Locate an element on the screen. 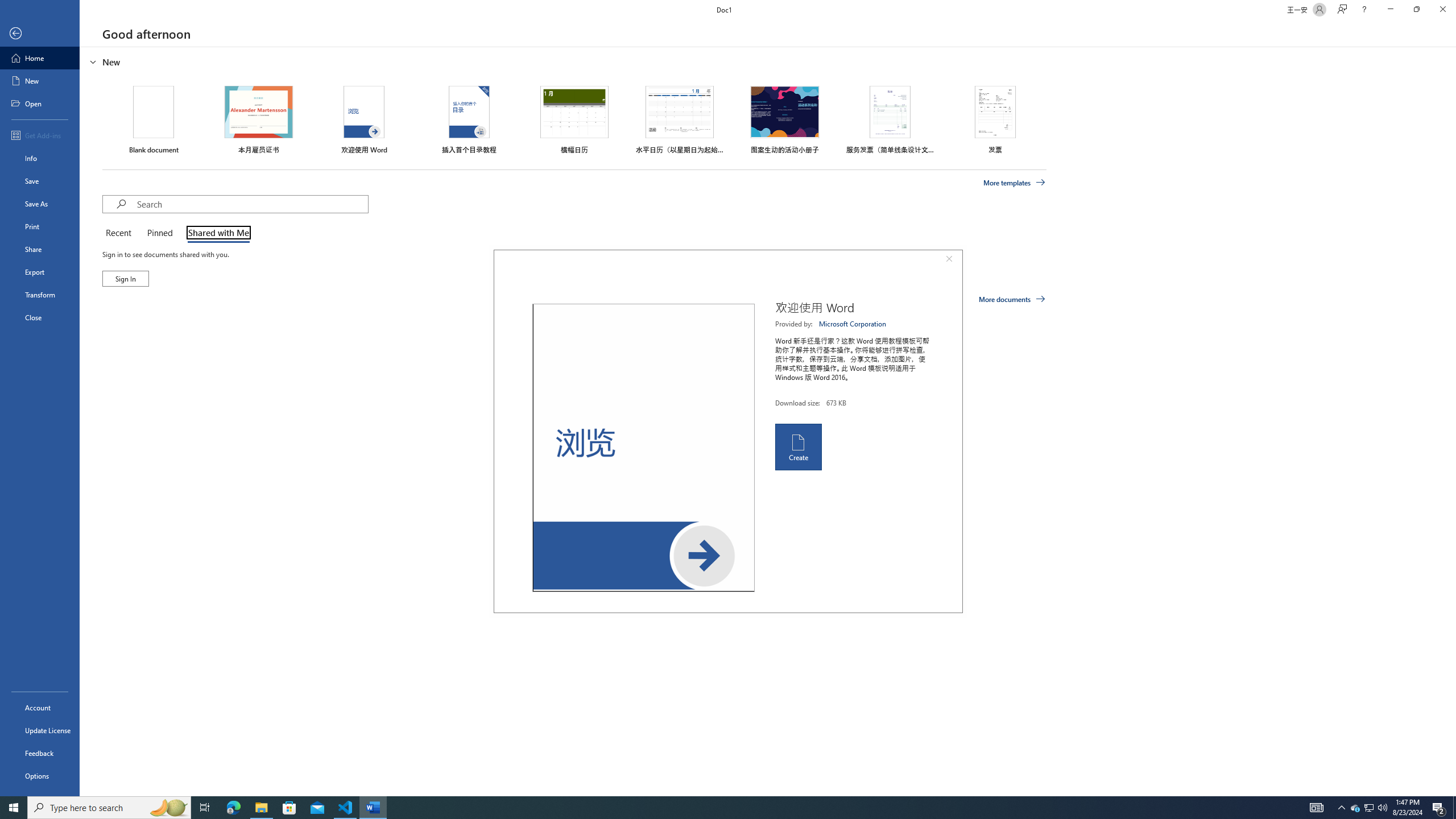  'Preview' is located at coordinates (643, 447).